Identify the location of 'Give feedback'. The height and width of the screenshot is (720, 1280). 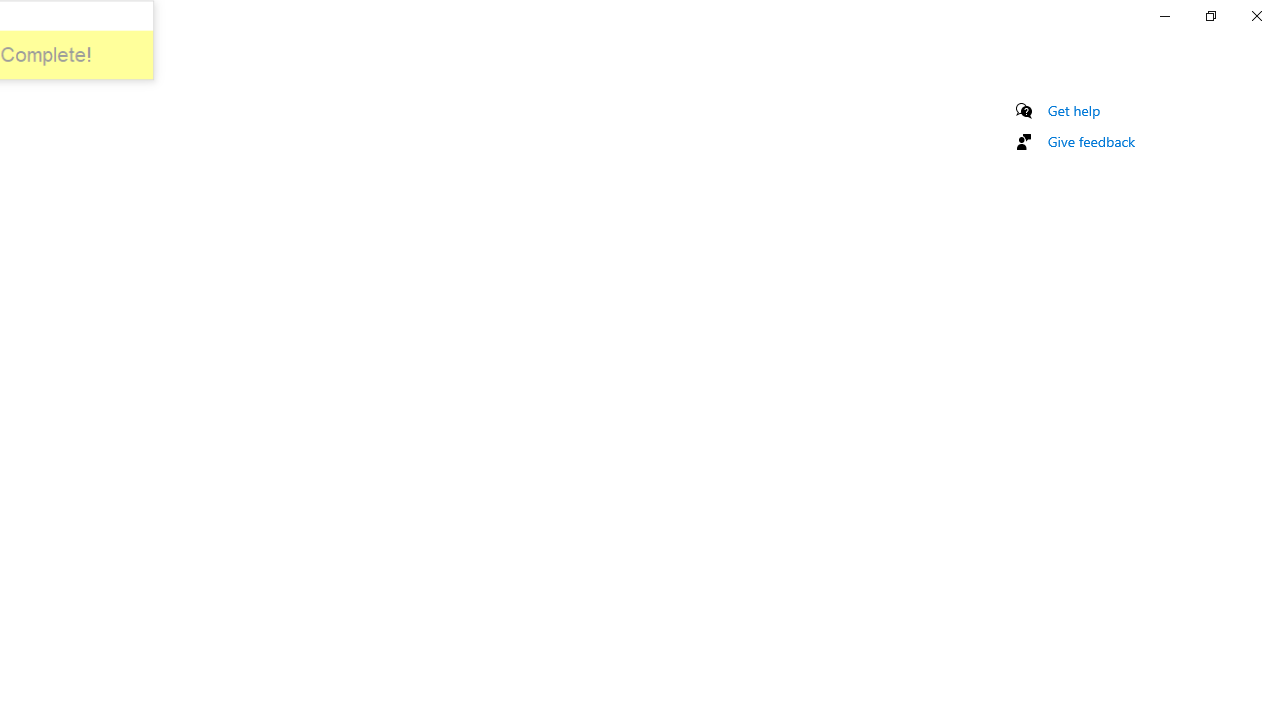
(1090, 140).